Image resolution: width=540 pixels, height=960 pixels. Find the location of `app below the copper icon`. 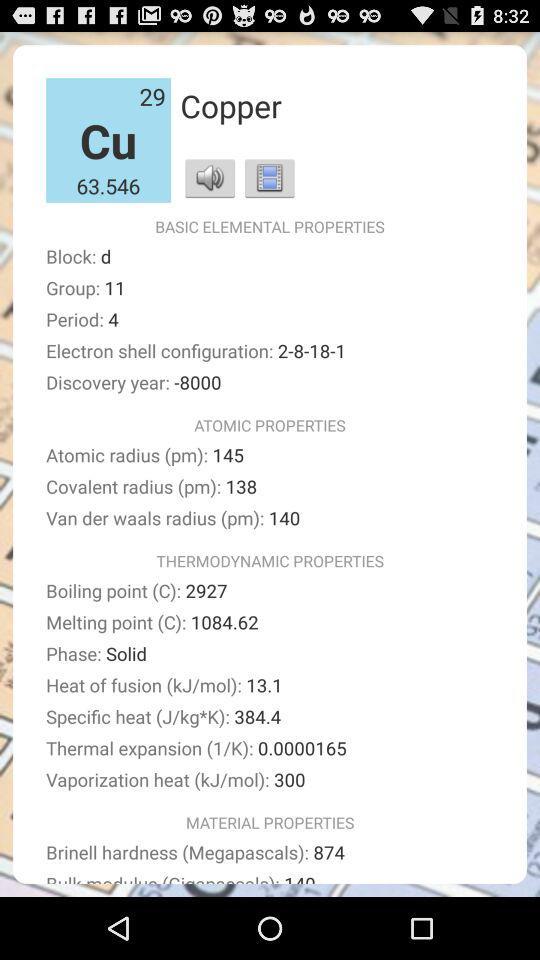

app below the copper icon is located at coordinates (209, 176).